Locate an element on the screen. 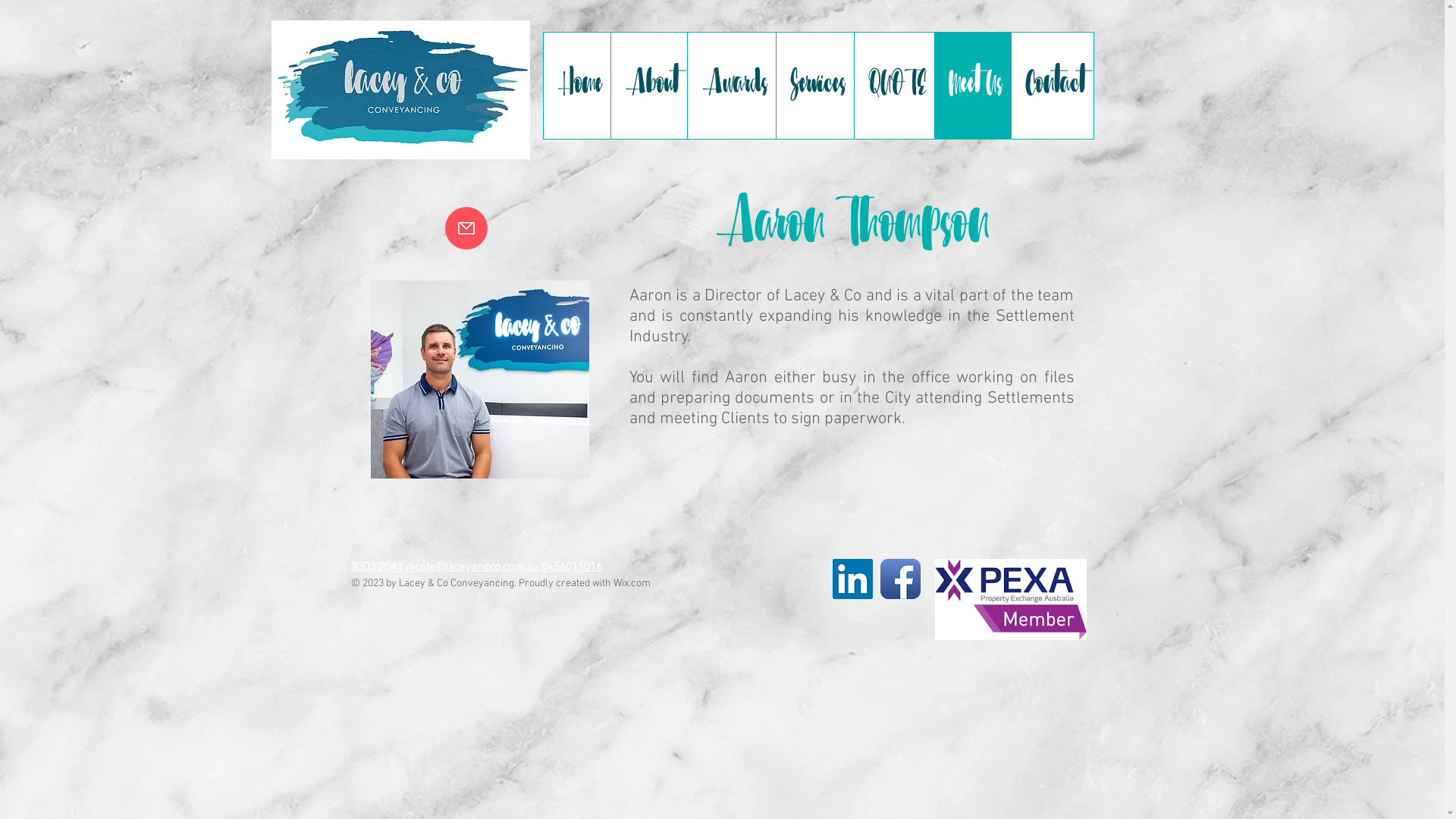  'Services' is located at coordinates (813, 85).